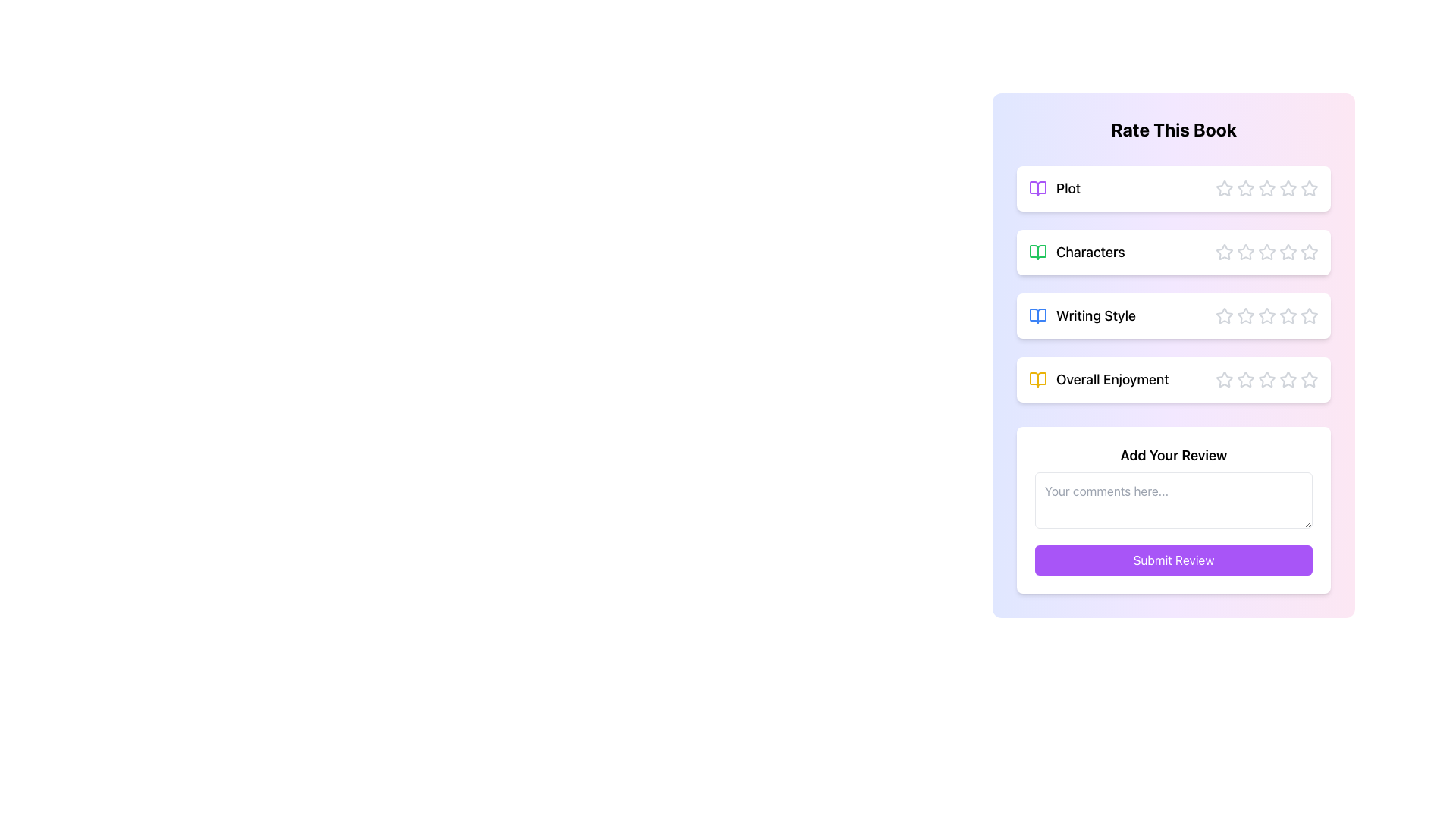  Describe the element at coordinates (1309, 315) in the screenshot. I see `the fifth star in the horizontal series of five stars under the 'Writing Style' category` at that location.